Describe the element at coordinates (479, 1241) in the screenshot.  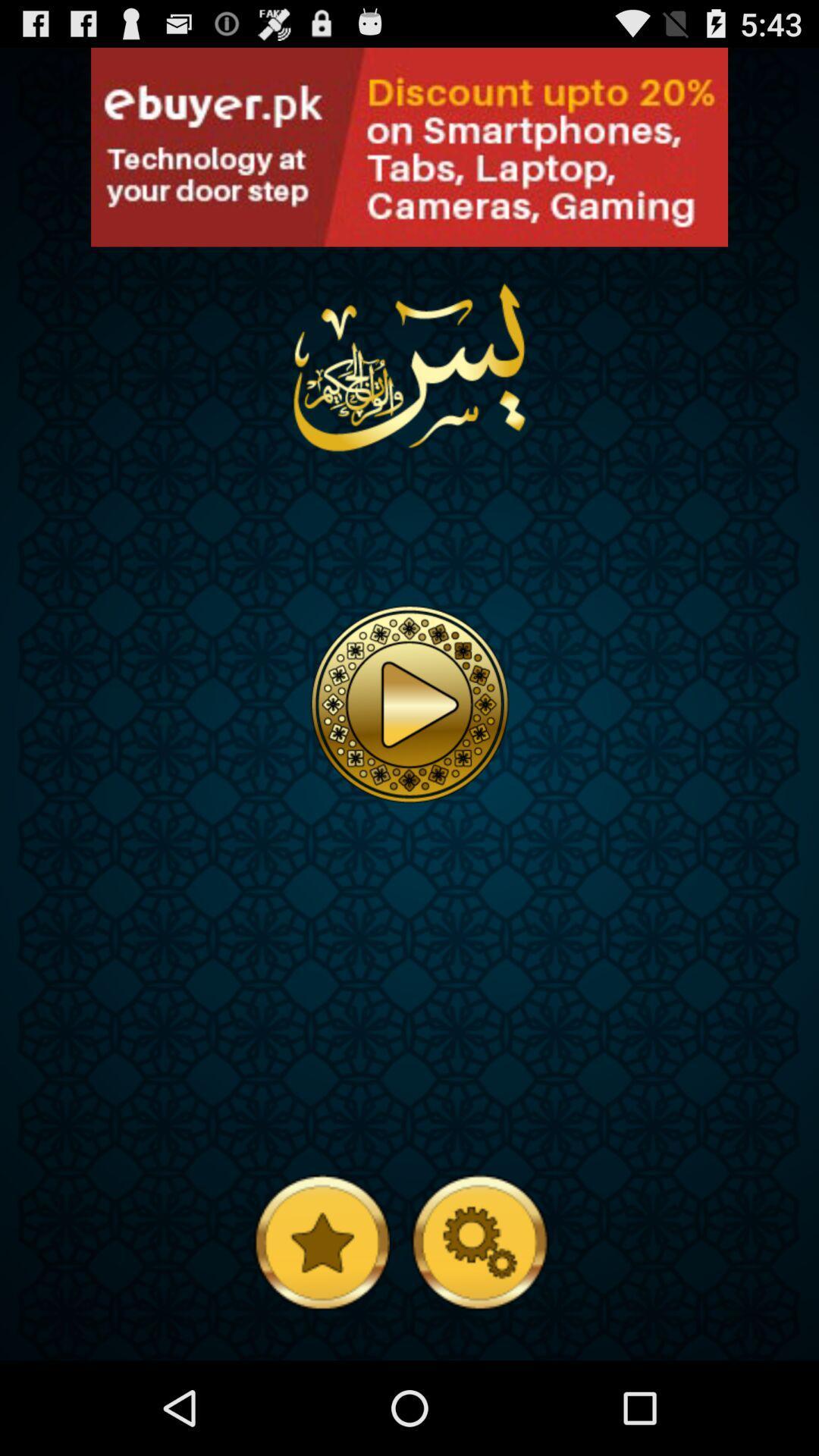
I see `config` at that location.